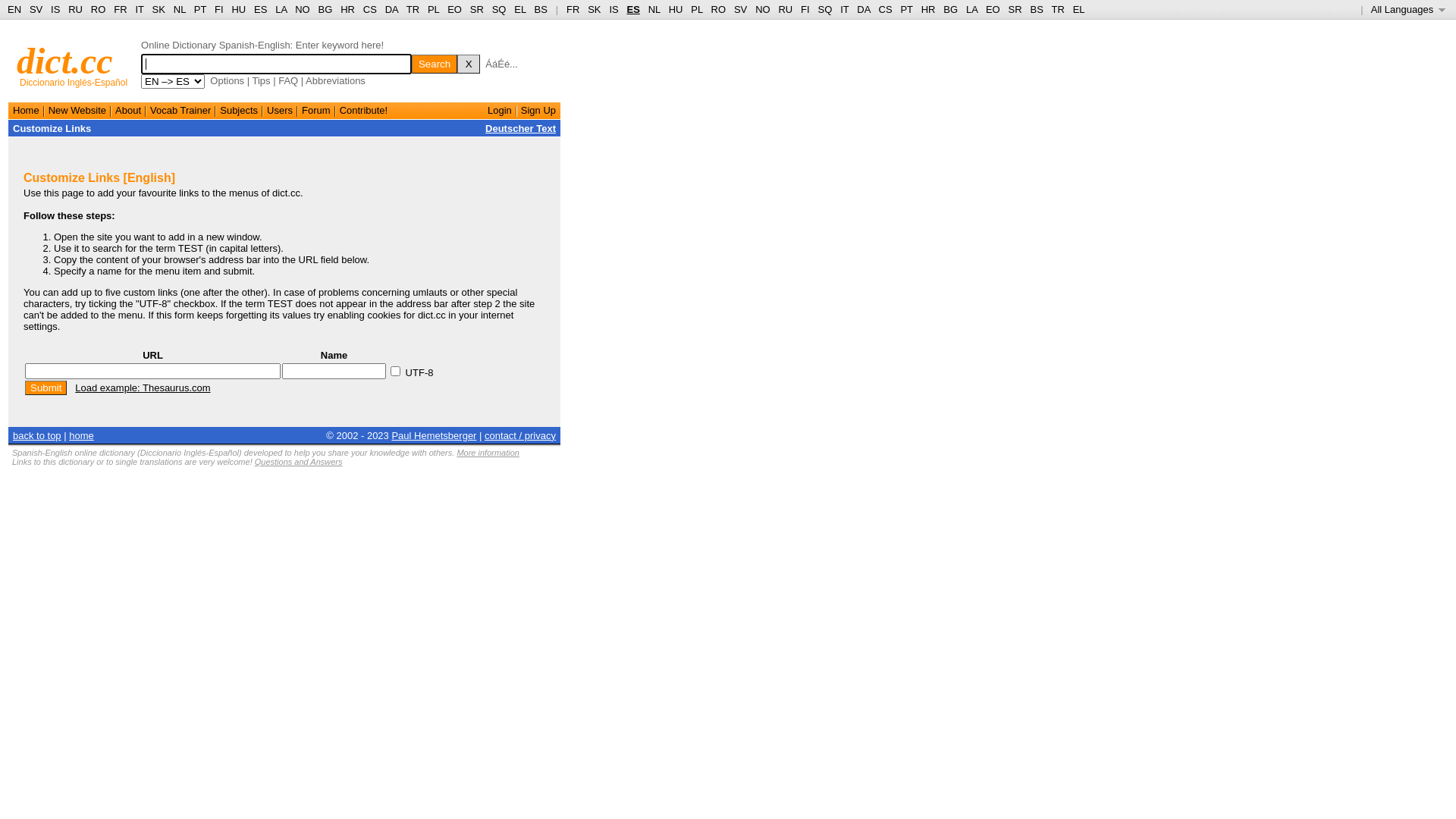  Describe the element at coordinates (593, 9) in the screenshot. I see `'SK'` at that location.